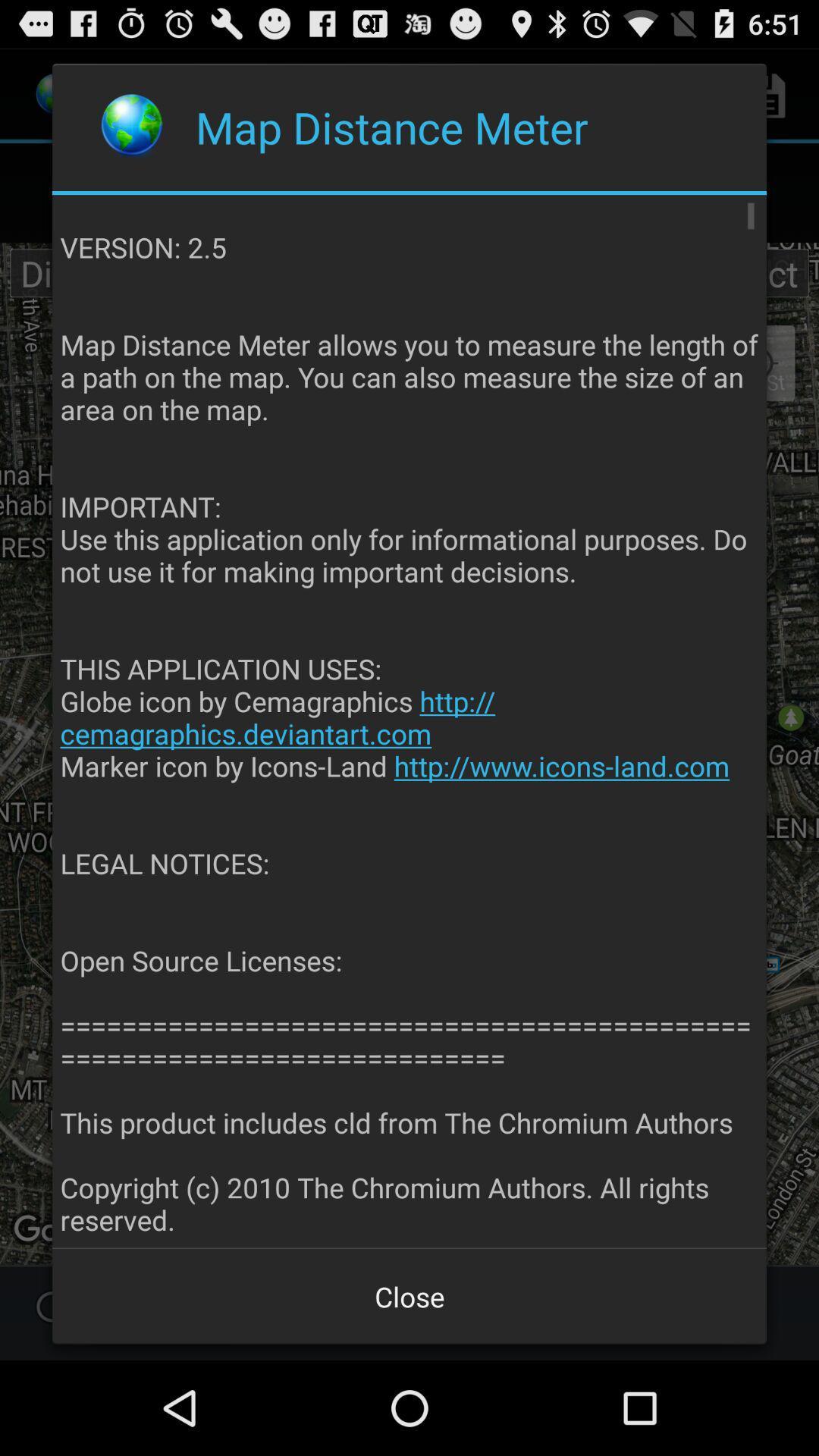 Image resolution: width=819 pixels, height=1456 pixels. What do you see at coordinates (410, 721) in the screenshot?
I see `the app at the center` at bounding box center [410, 721].